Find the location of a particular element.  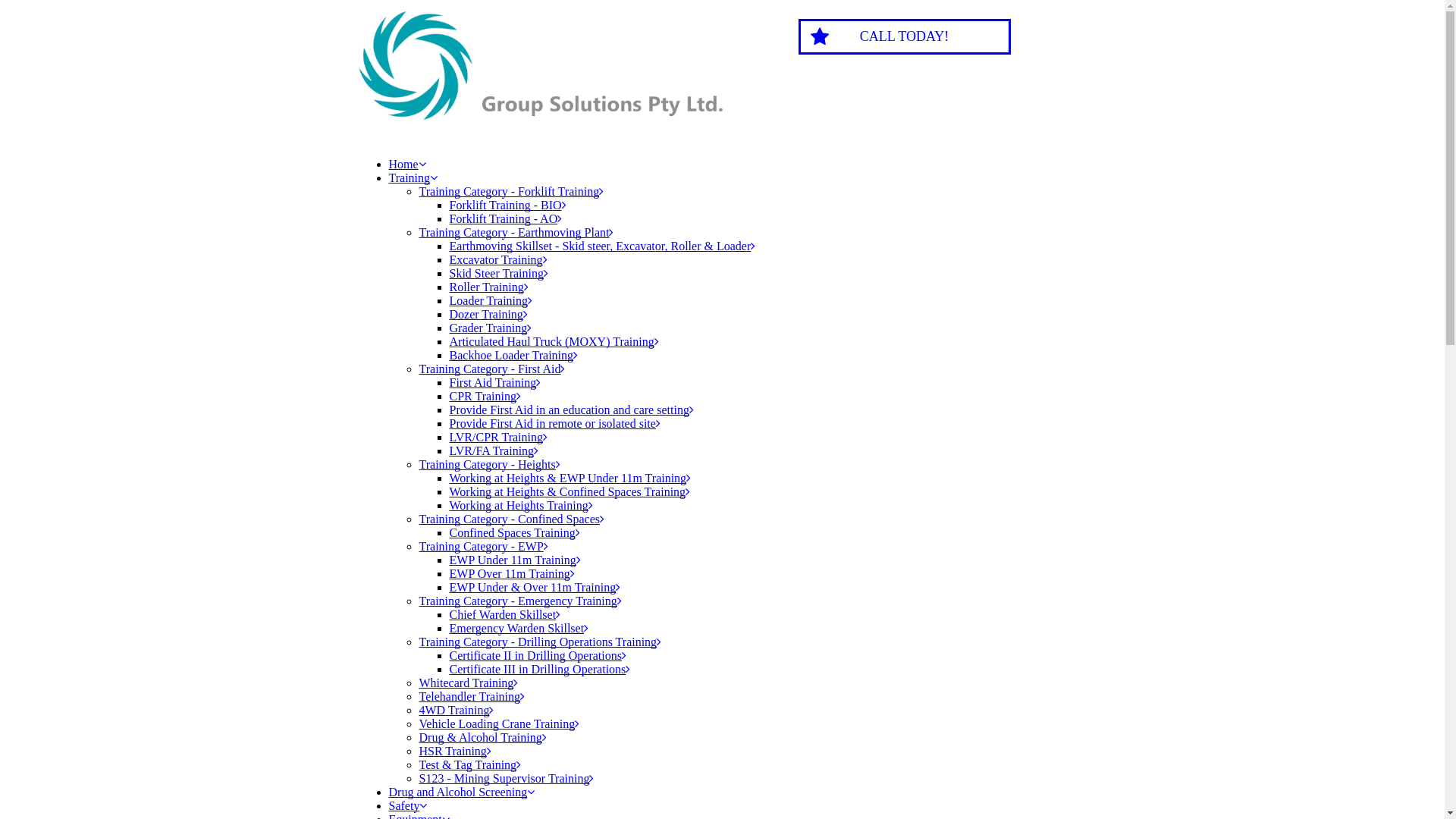

'4WD Training' is located at coordinates (455, 710).